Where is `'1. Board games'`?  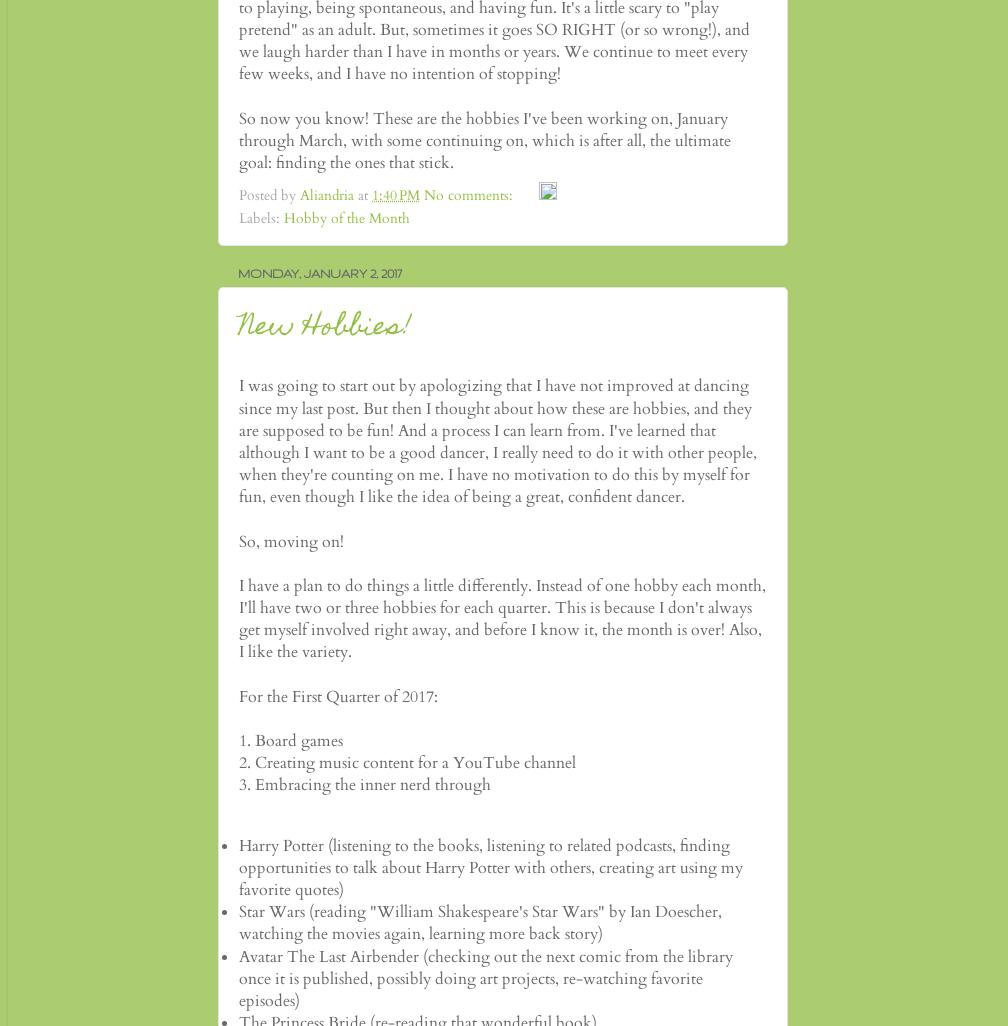
'1. Board games' is located at coordinates (291, 740).